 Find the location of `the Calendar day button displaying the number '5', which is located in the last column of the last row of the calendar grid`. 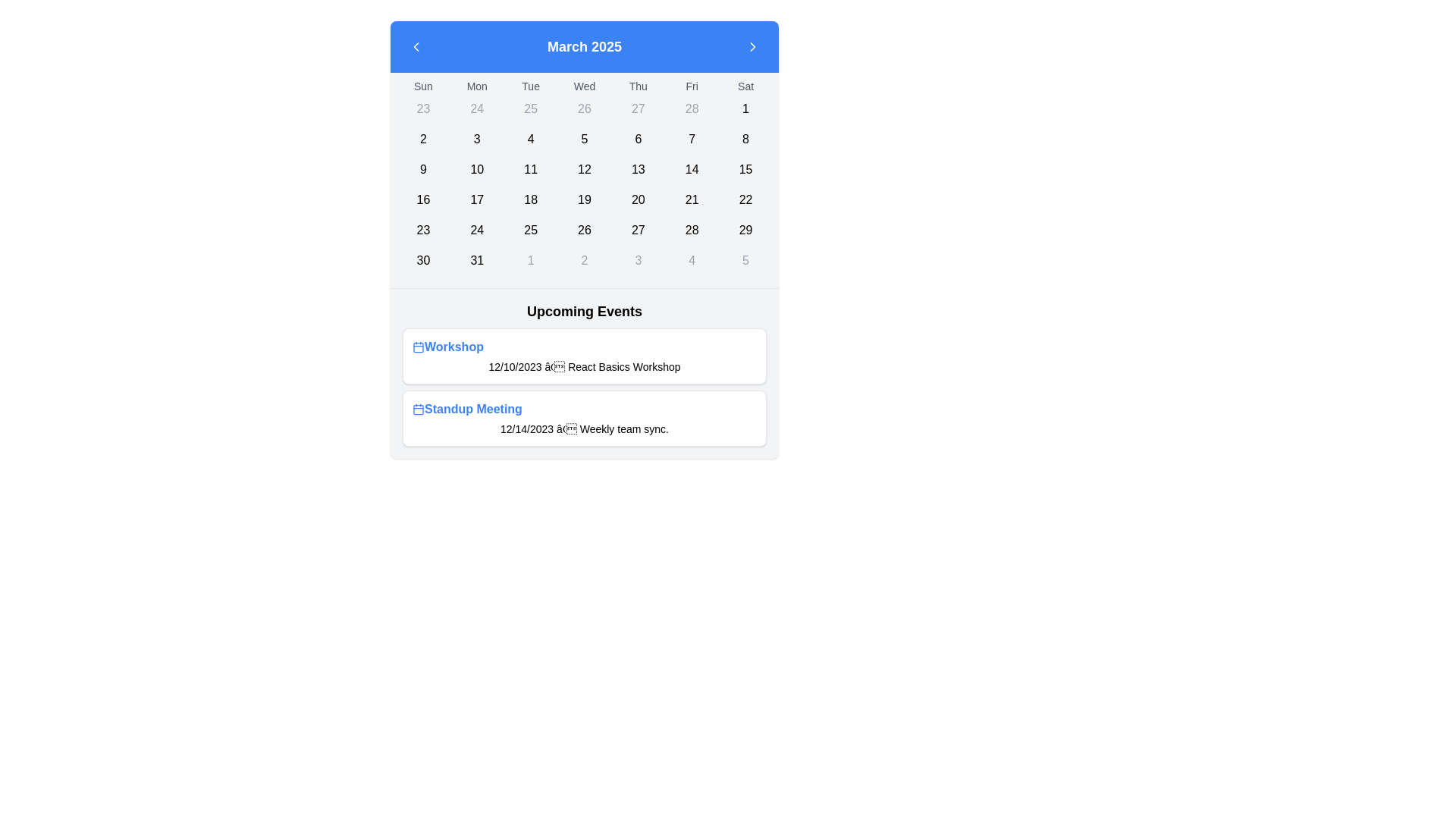

the Calendar day button displaying the number '5', which is located in the last column of the last row of the calendar grid is located at coordinates (745, 259).